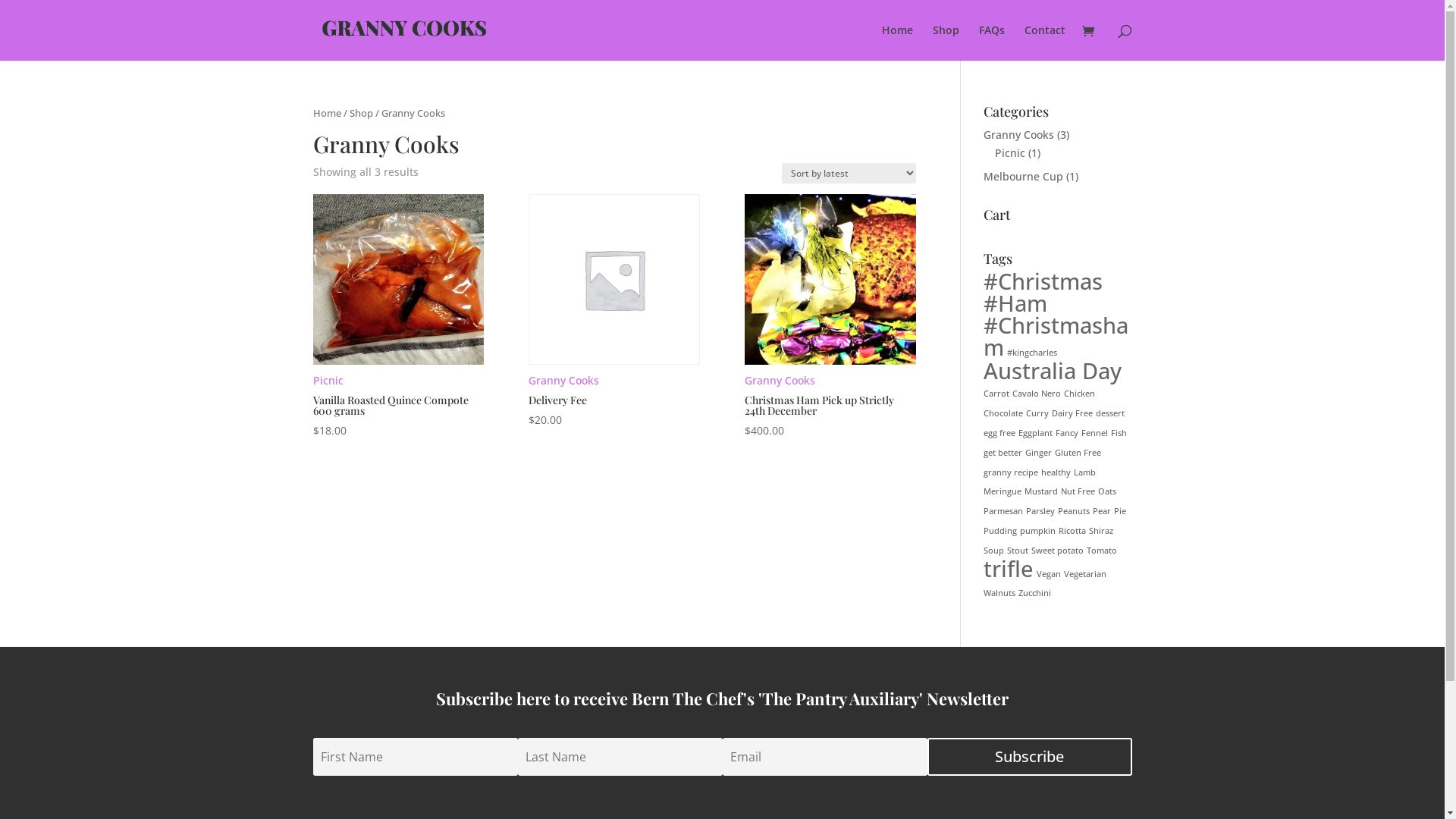  Describe the element at coordinates (1073, 511) in the screenshot. I see `'Peanuts'` at that location.